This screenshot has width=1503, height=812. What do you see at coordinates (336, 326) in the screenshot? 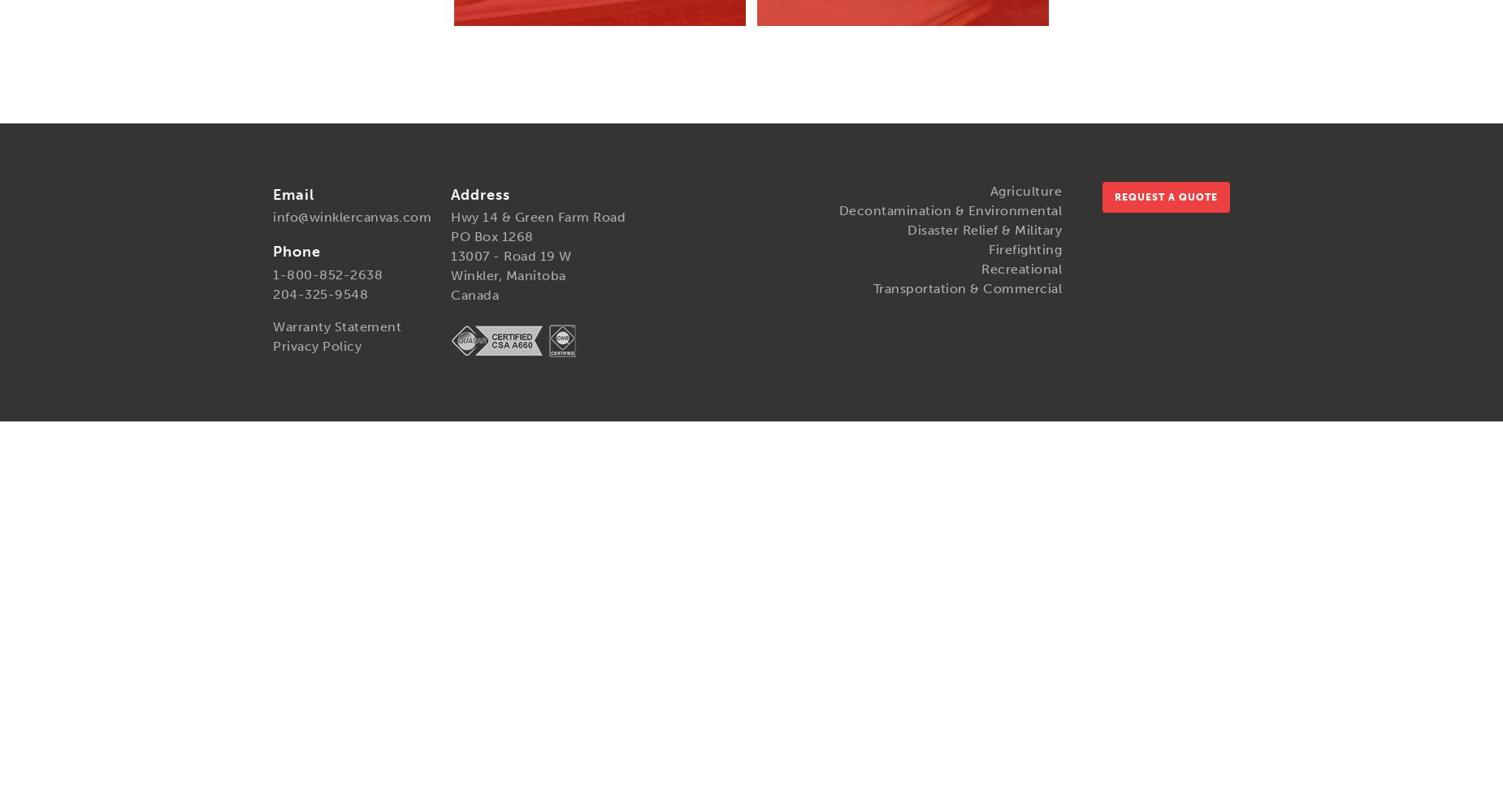
I see `'Warranty Statement'` at bounding box center [336, 326].